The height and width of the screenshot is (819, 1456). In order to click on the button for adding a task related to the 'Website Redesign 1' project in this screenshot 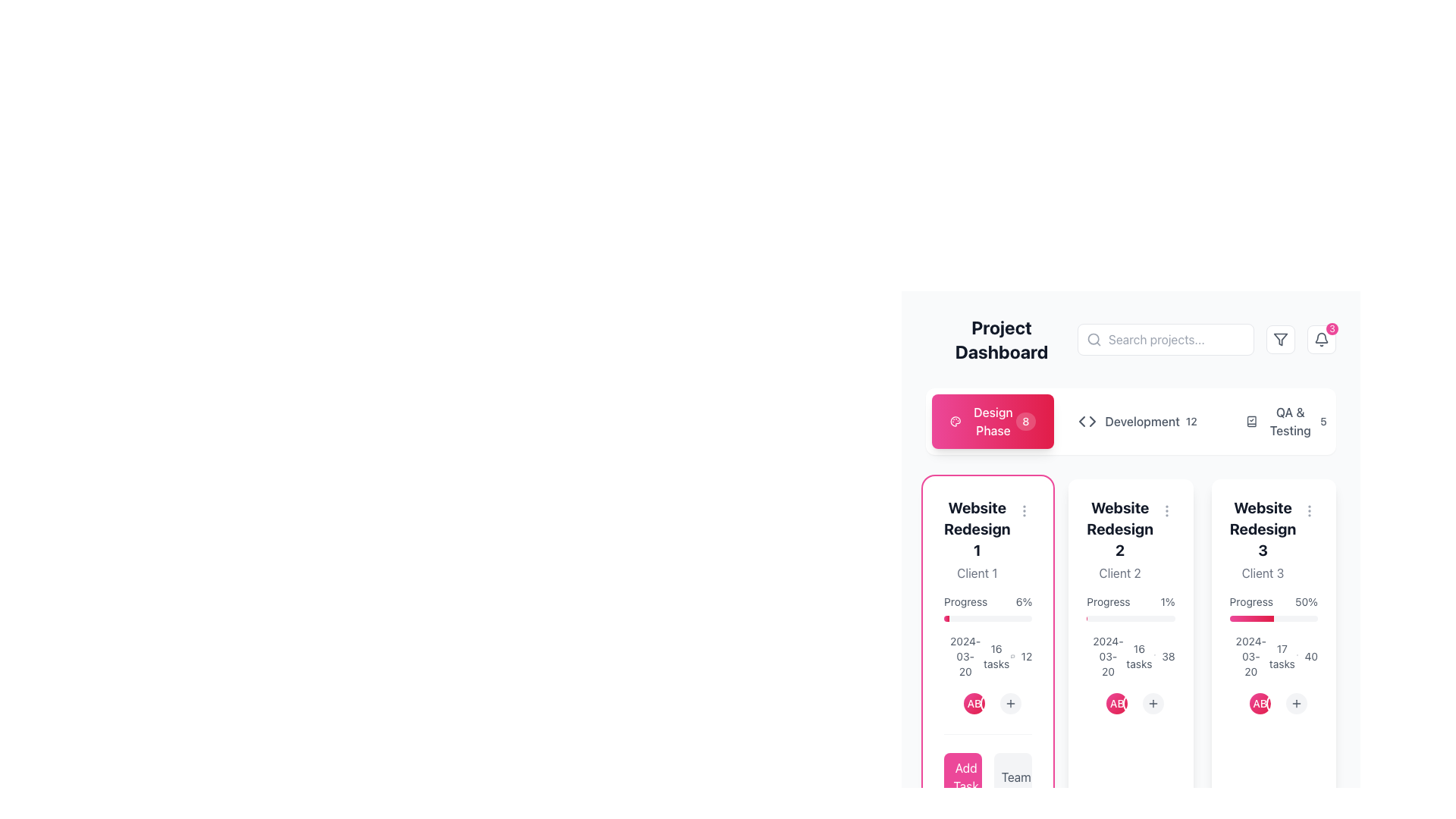, I will do `click(962, 777)`.